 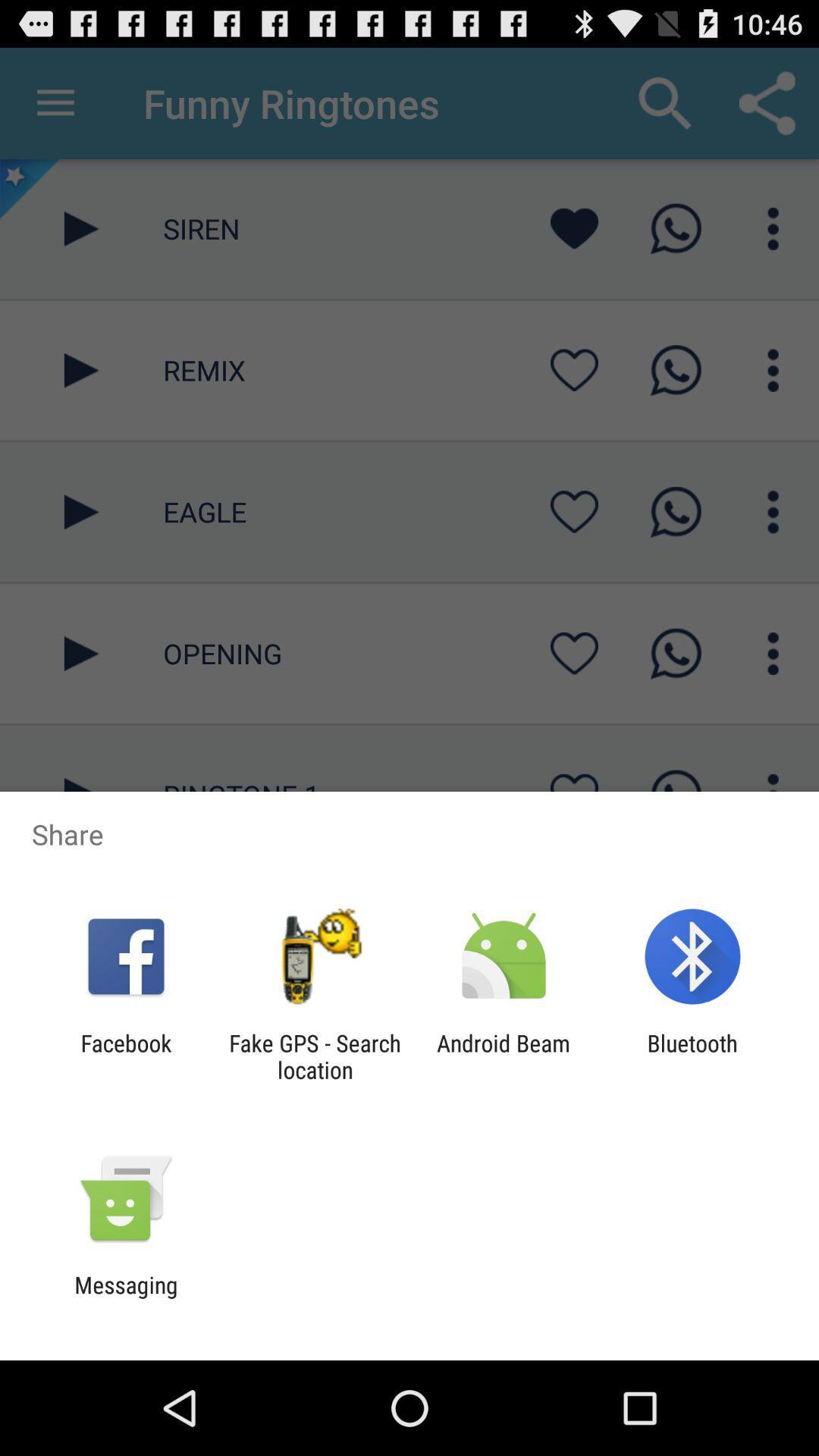 I want to click on app to the left of the fake gps search item, so click(x=125, y=1056).